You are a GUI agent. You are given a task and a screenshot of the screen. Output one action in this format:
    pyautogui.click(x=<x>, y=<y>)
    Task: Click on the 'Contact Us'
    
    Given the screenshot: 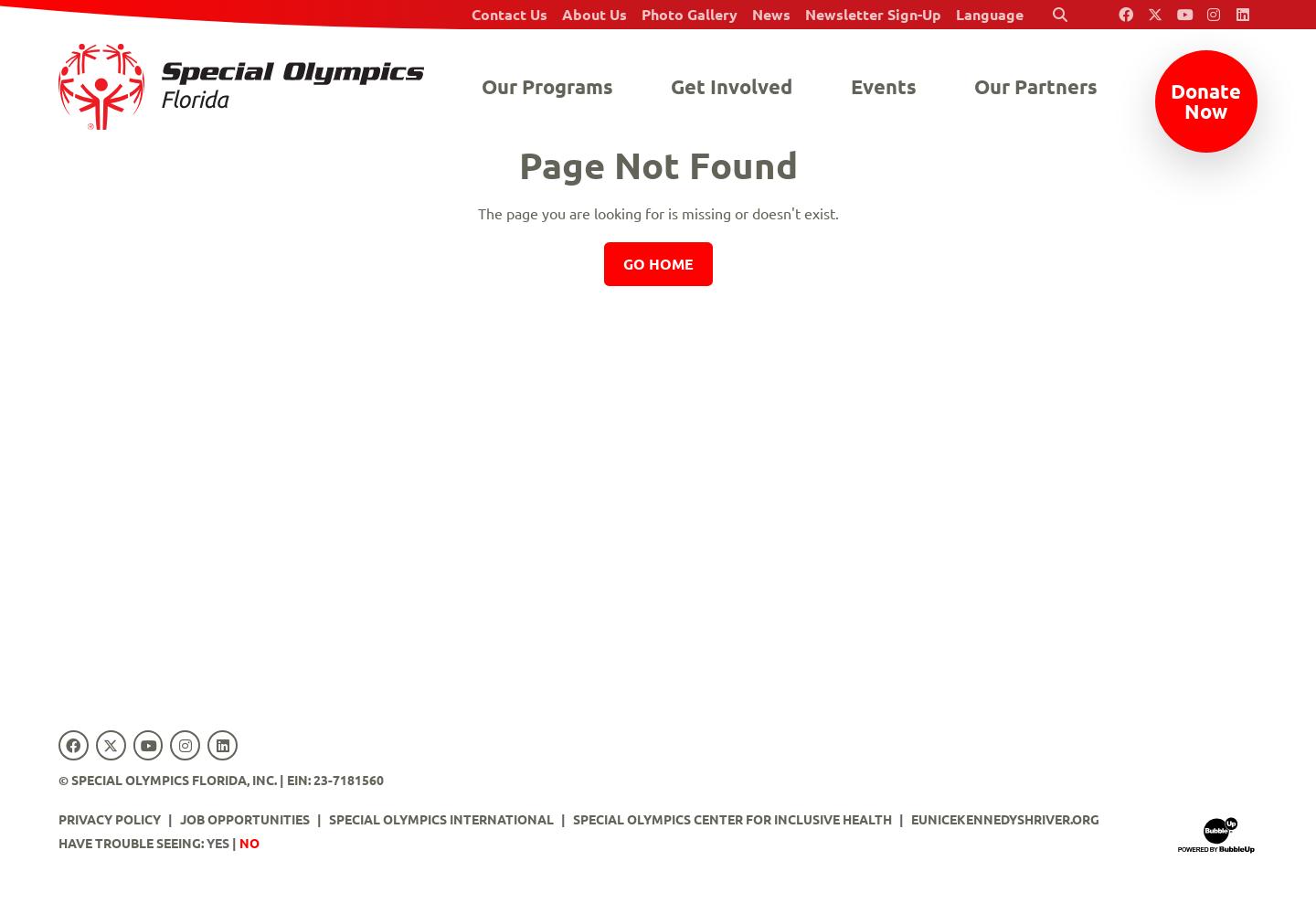 What is the action you would take?
    pyautogui.click(x=509, y=14)
    